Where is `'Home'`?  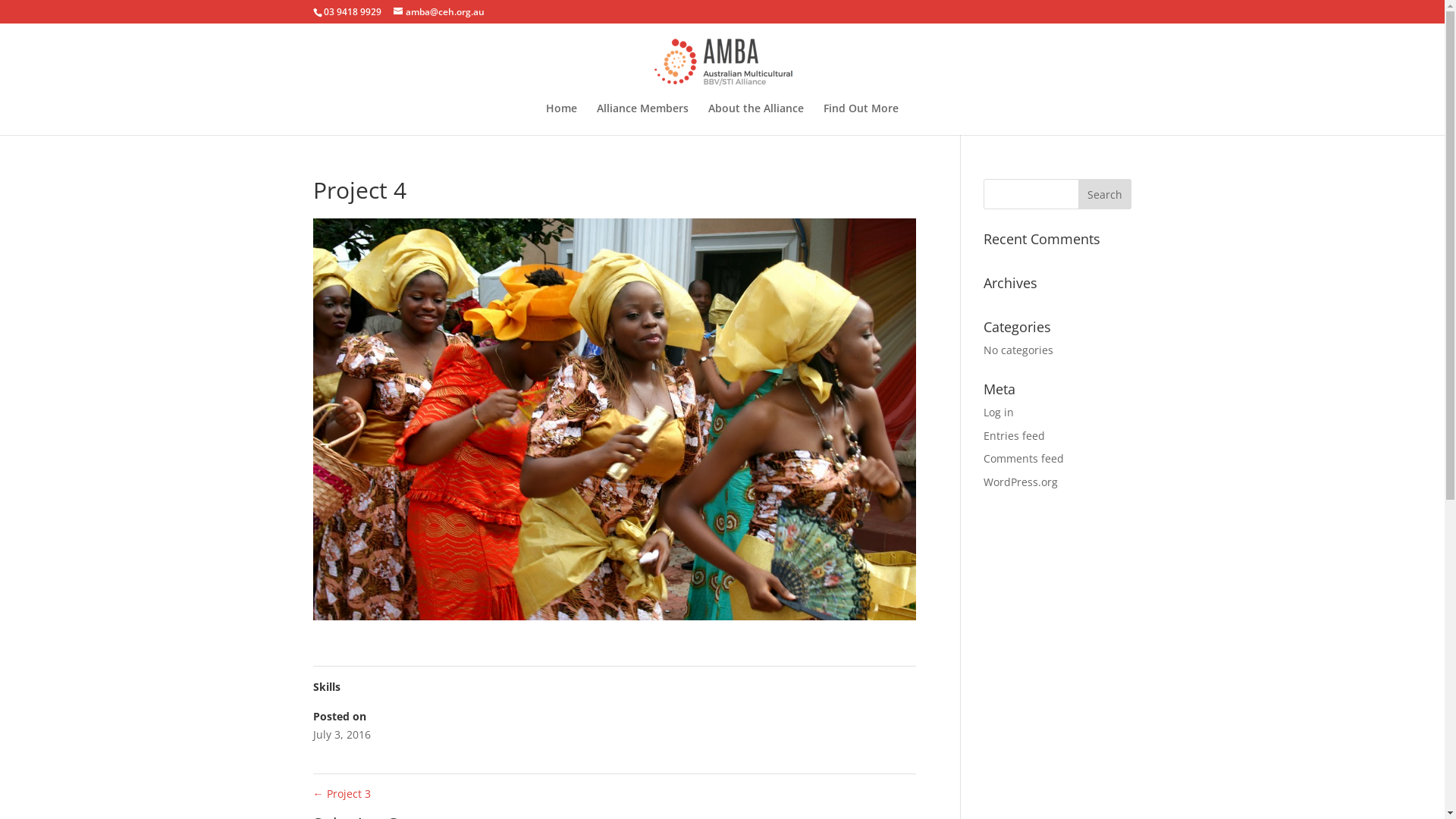
'Home' is located at coordinates (560, 118).